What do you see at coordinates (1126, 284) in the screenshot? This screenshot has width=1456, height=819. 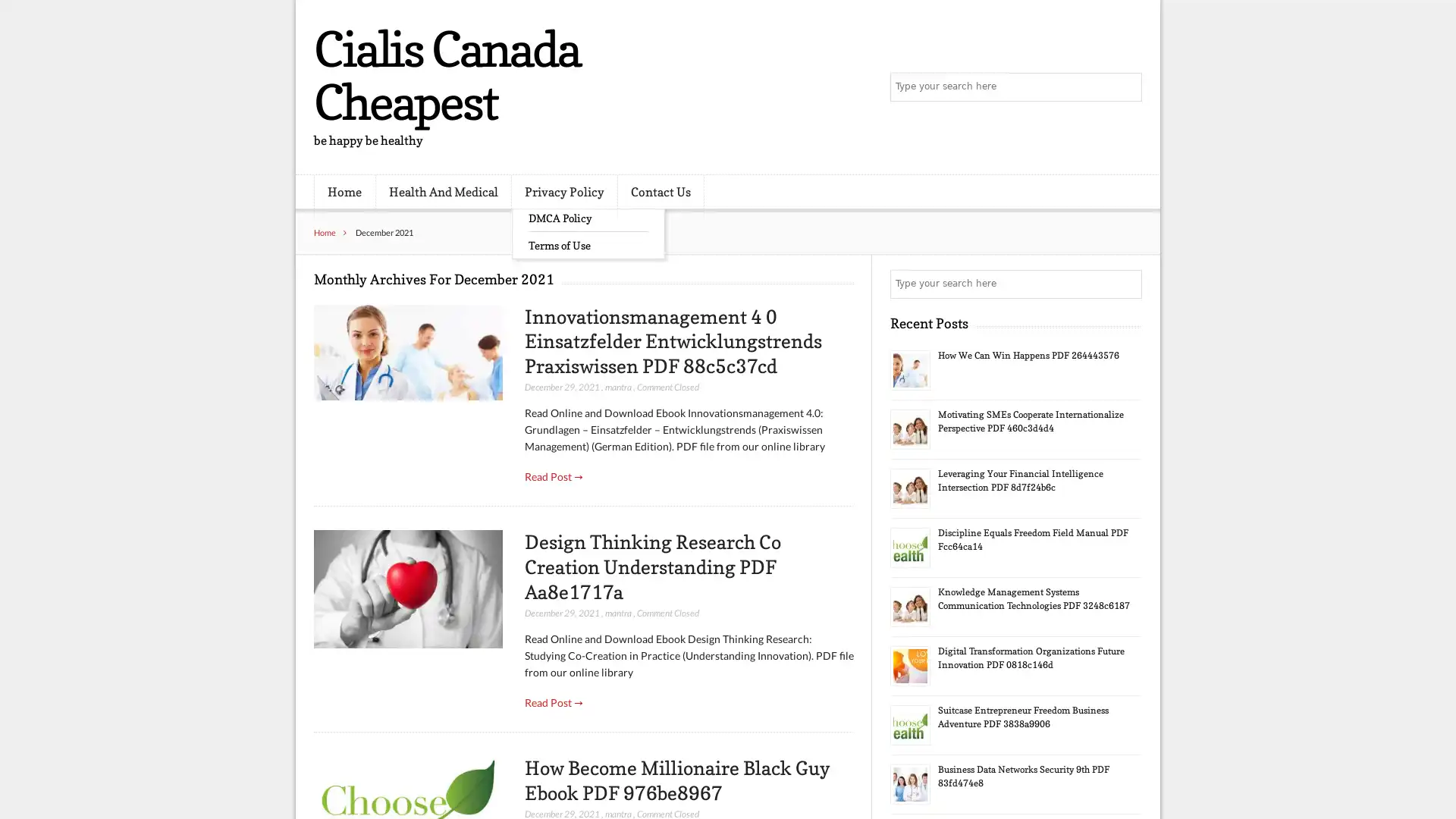 I see `Search` at bounding box center [1126, 284].